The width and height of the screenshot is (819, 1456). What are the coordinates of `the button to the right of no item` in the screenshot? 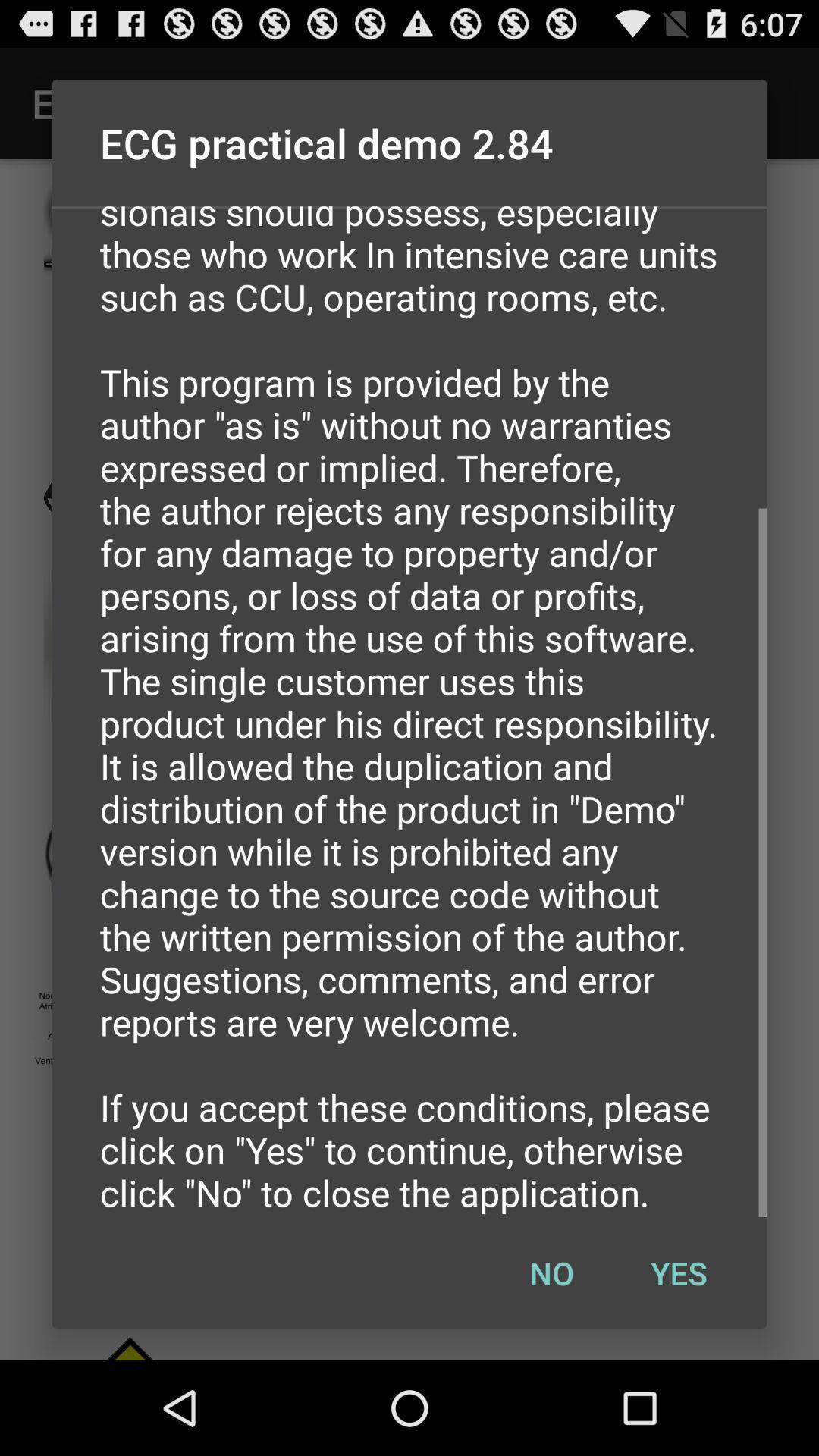 It's located at (678, 1272).